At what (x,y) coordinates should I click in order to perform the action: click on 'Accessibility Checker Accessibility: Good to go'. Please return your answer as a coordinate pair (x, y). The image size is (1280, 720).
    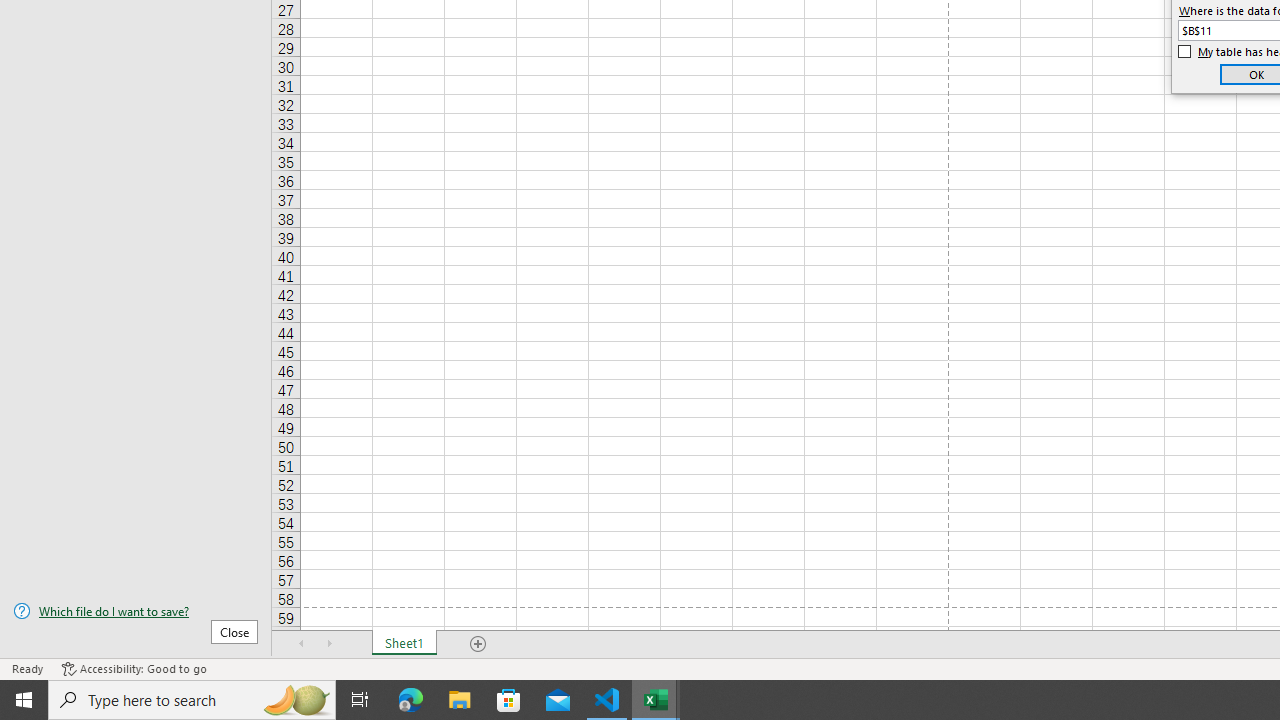
    Looking at the image, I should click on (133, 669).